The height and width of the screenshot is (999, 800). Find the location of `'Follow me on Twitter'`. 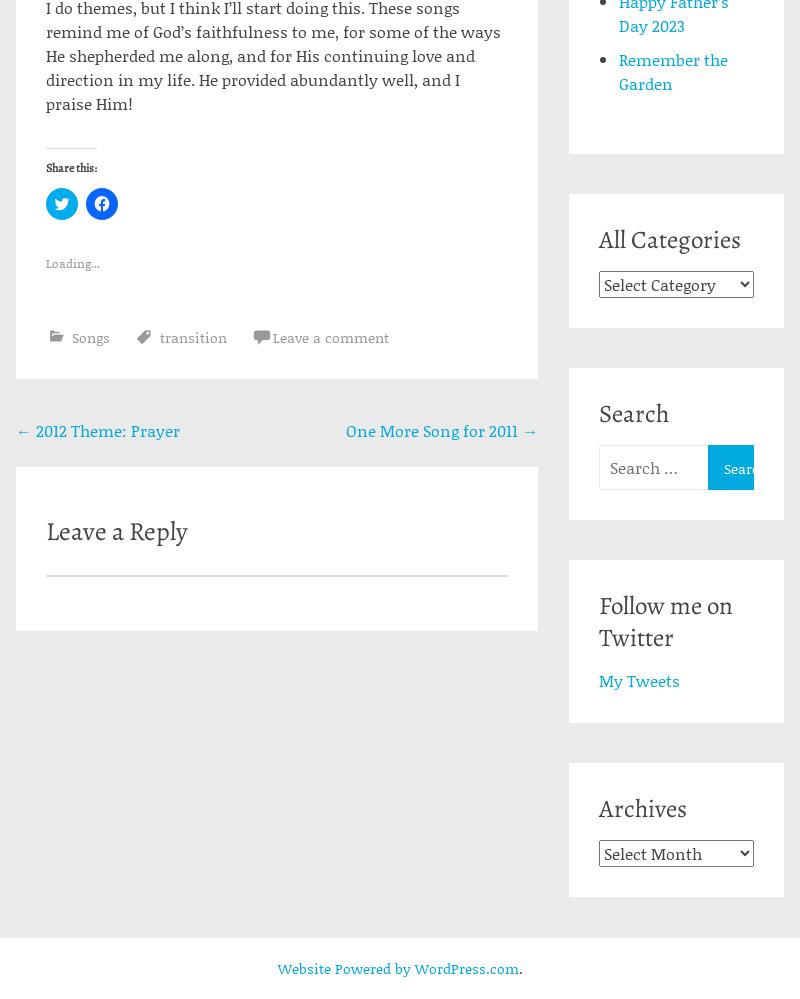

'Follow me on Twitter' is located at coordinates (664, 620).